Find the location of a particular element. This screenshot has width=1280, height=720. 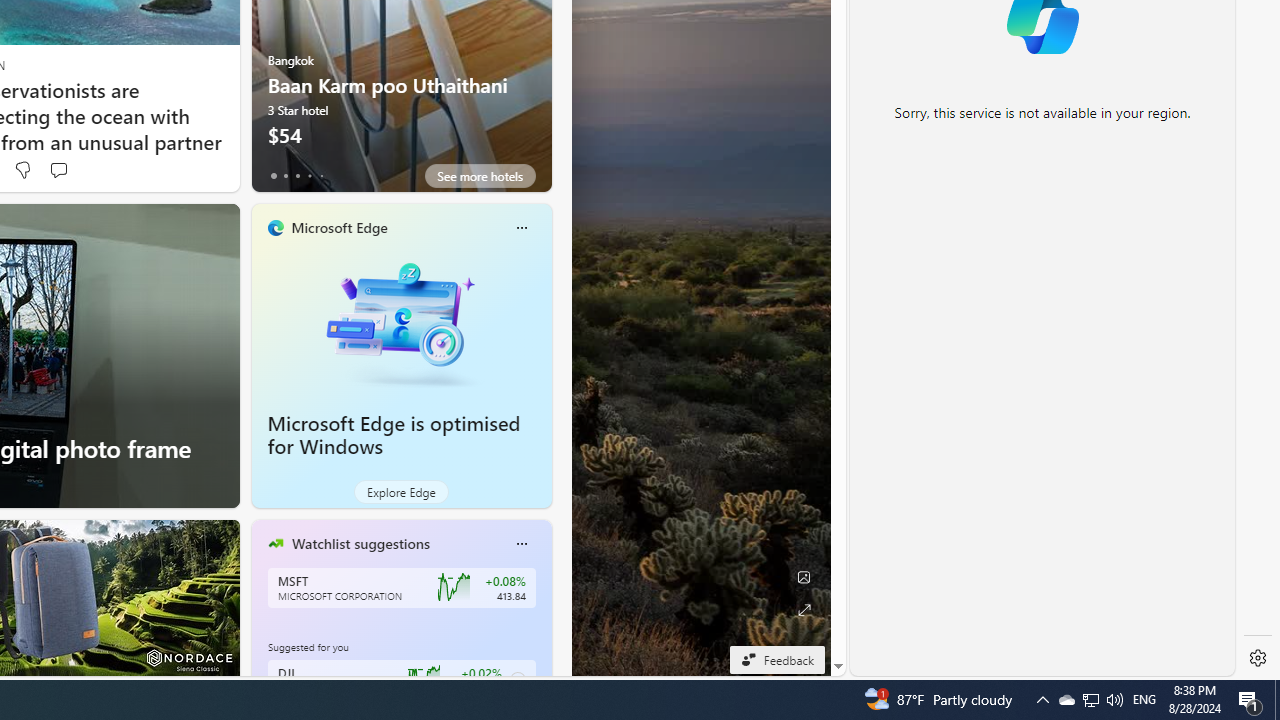

'Start the conversation' is located at coordinates (58, 168).